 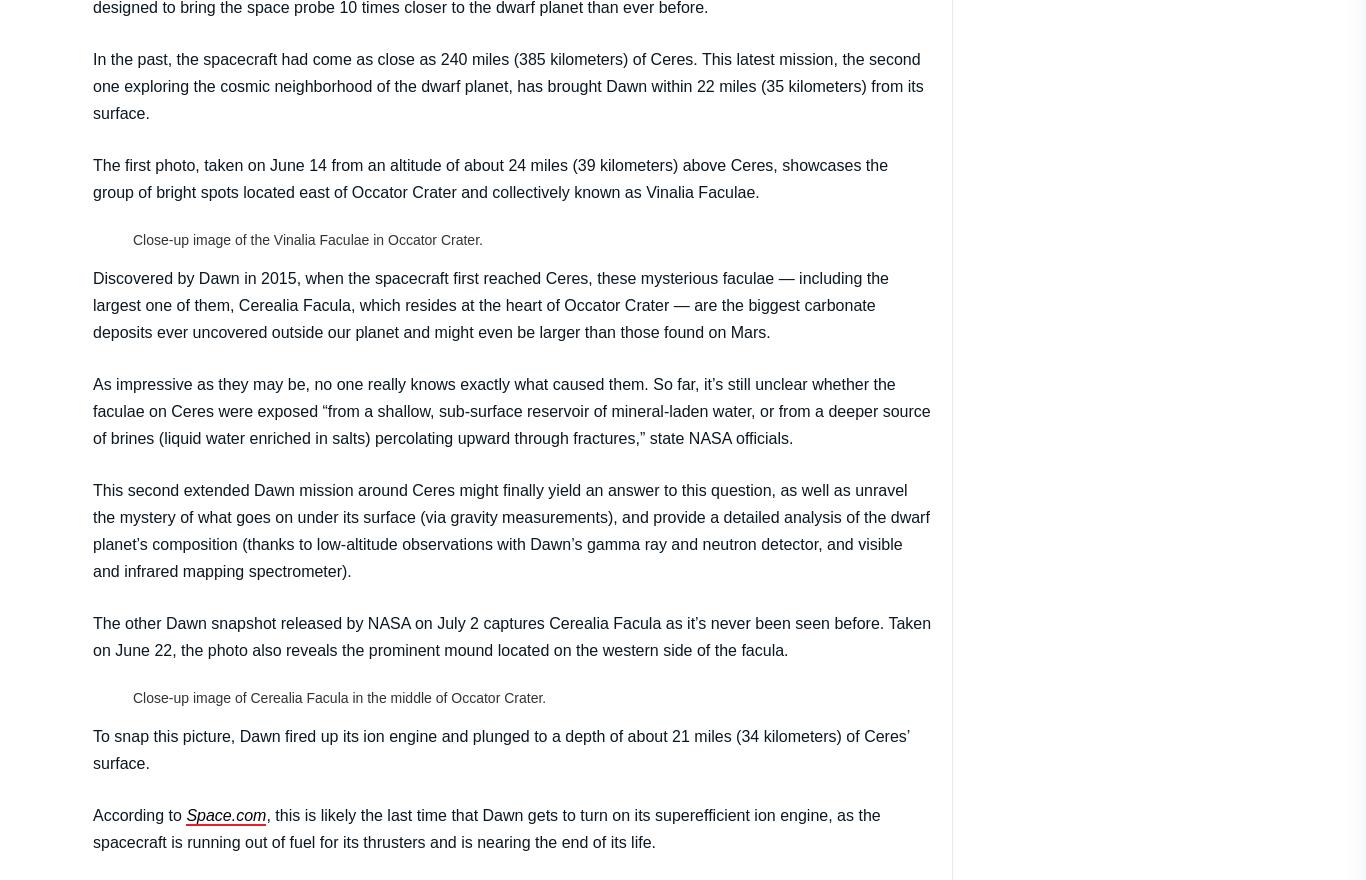 I want to click on 'Close-up image of Cerealia Facula in the middle of Occator Crater.', so click(x=339, y=695).